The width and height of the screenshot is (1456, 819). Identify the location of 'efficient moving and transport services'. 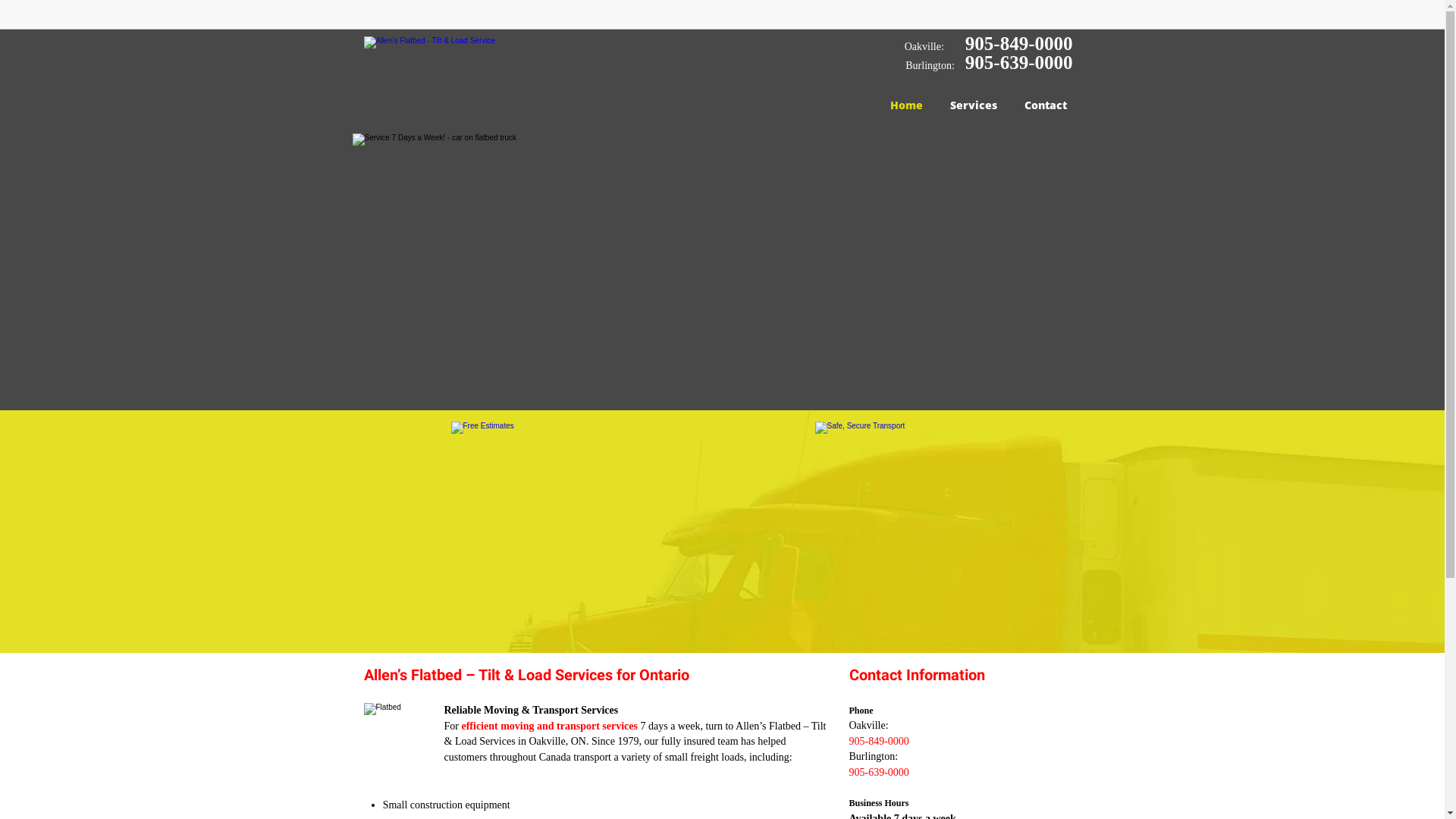
(548, 725).